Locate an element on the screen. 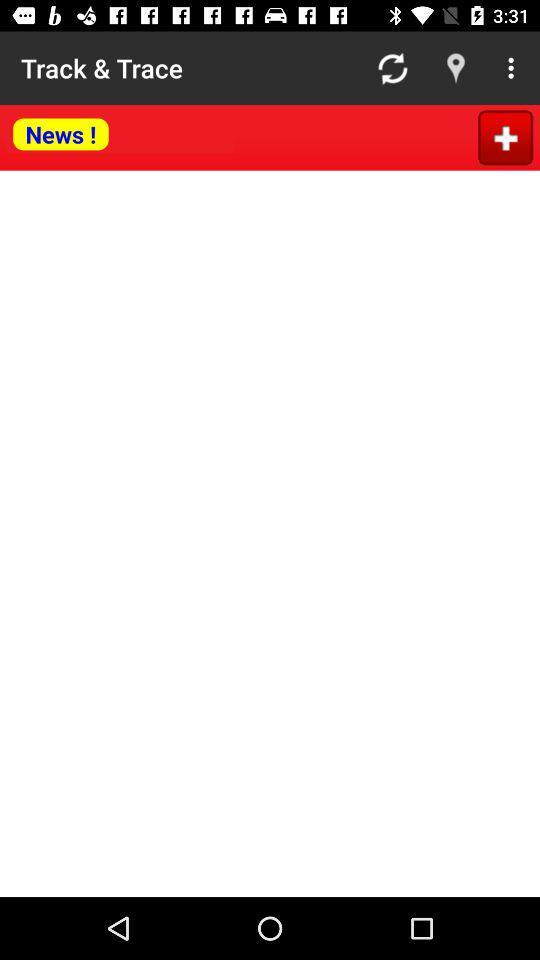 The width and height of the screenshot is (540, 960). a news is located at coordinates (504, 136).